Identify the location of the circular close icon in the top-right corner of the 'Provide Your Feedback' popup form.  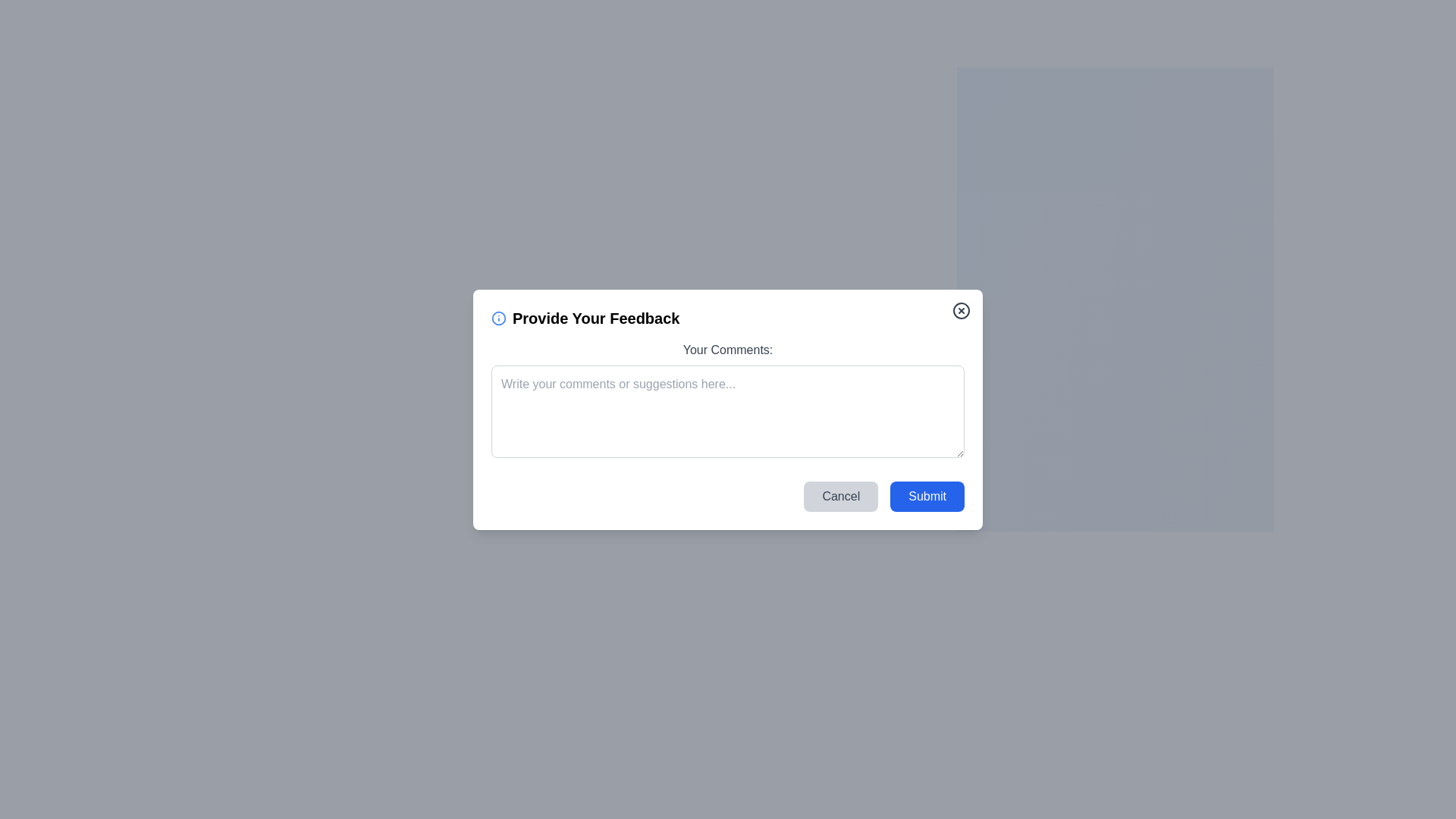
(960, 309).